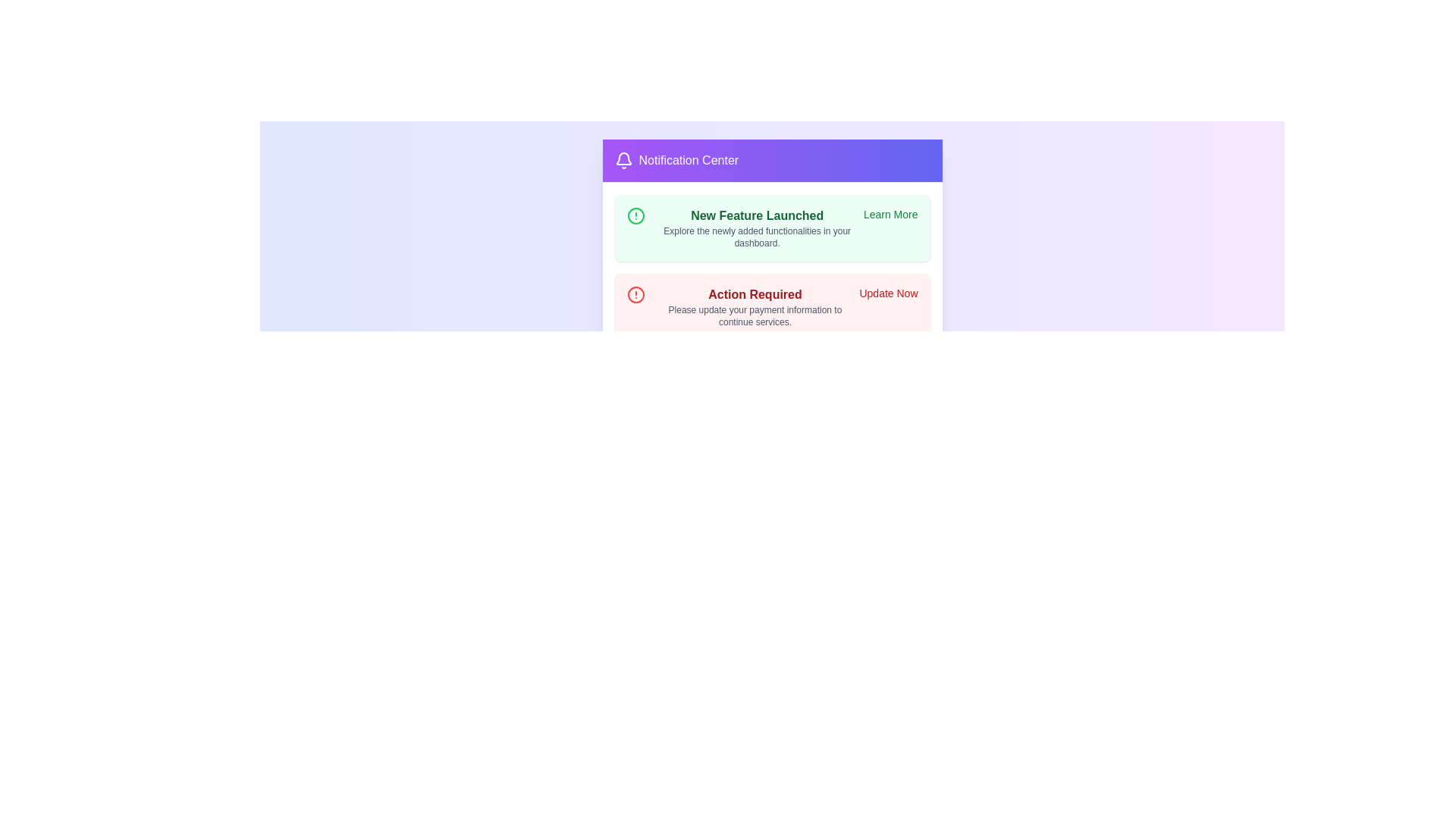  Describe the element at coordinates (755, 315) in the screenshot. I see `text block that contains the message 'Please update your payment information to continue services.' located under the 'Action Required' heading within the notification card` at that location.